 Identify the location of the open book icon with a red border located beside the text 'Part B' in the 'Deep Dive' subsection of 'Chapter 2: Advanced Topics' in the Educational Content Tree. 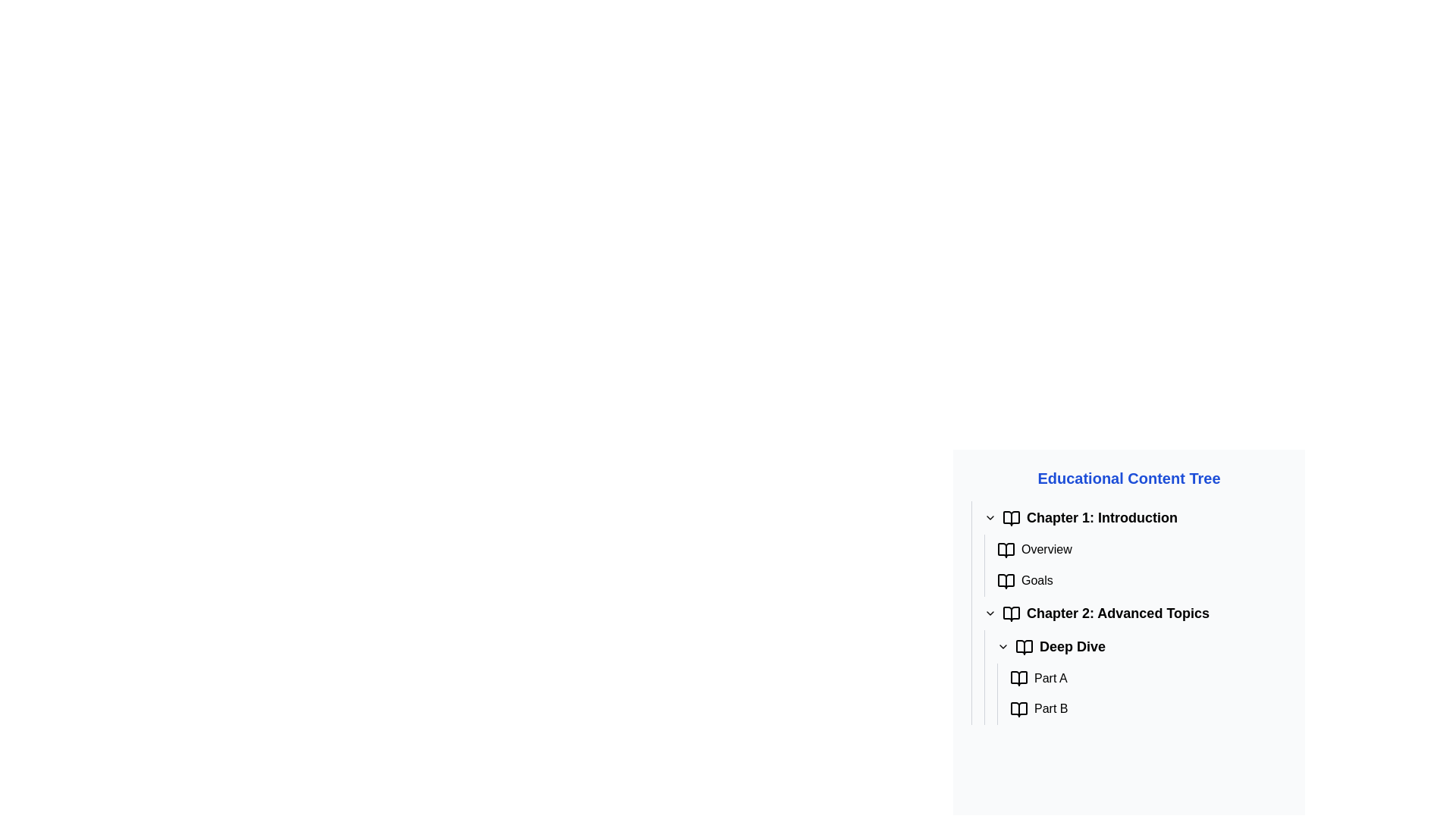
(1019, 710).